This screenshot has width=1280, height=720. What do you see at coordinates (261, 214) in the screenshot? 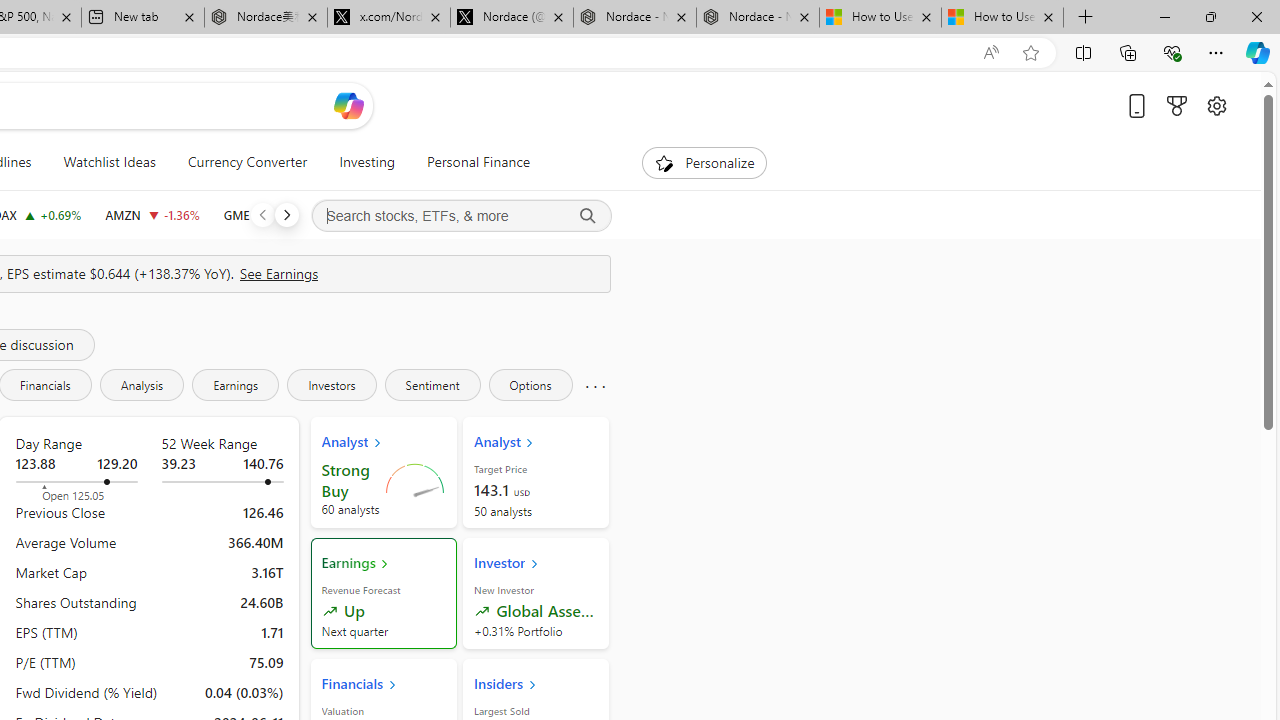
I see `'Previous'` at bounding box center [261, 214].